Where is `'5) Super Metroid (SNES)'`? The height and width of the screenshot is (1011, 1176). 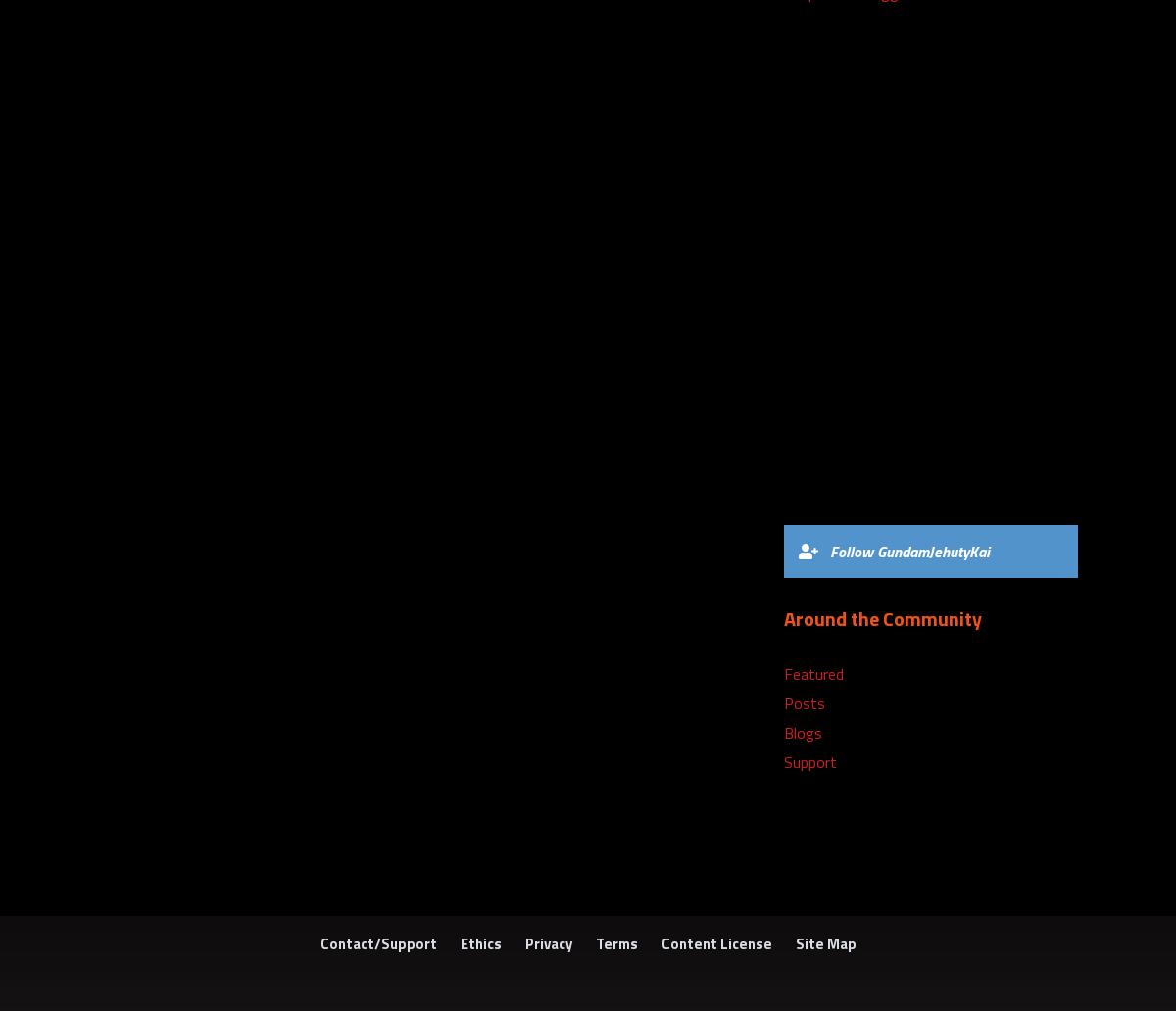 '5) Super Metroid (SNES)' is located at coordinates (872, 228).